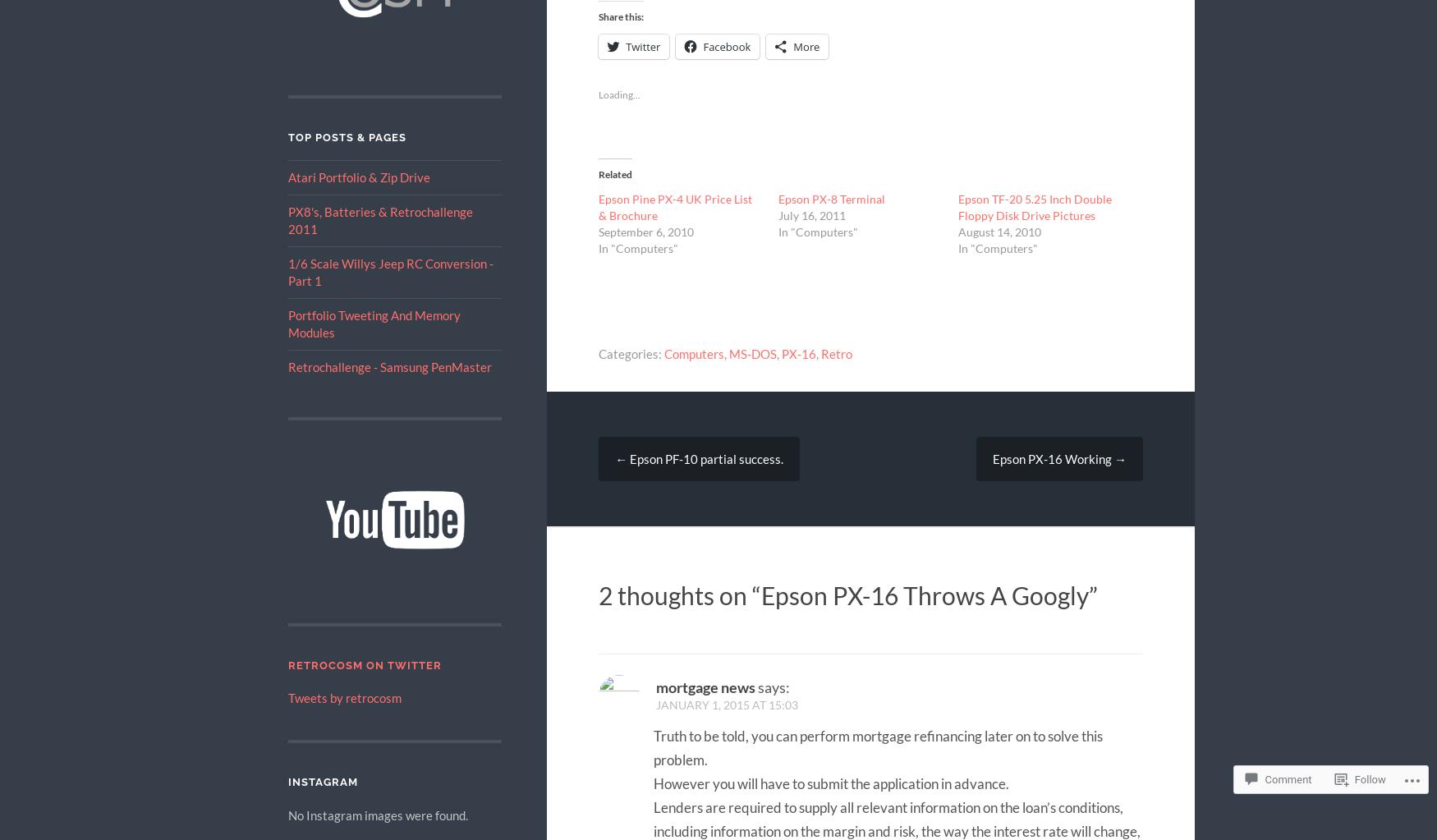 The width and height of the screenshot is (1437, 840). What do you see at coordinates (774, 685) in the screenshot?
I see `'says:'` at bounding box center [774, 685].